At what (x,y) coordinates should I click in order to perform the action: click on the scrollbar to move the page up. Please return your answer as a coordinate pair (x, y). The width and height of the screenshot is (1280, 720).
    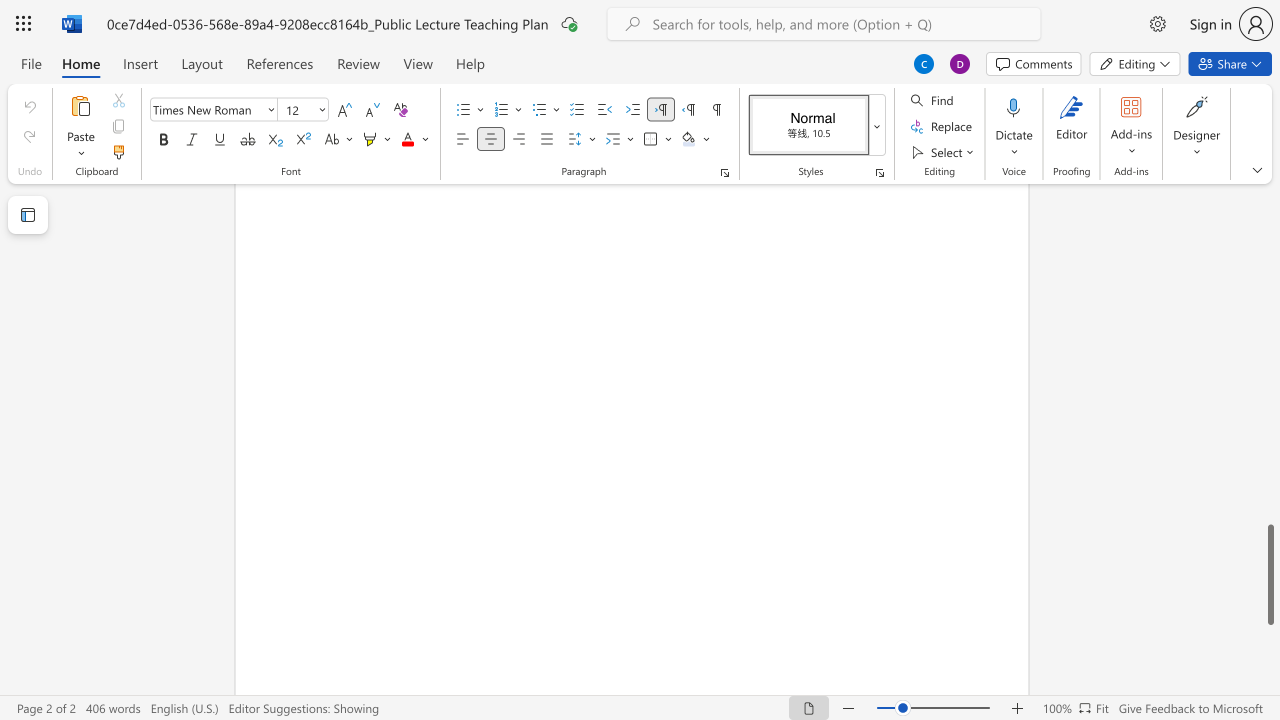
    Looking at the image, I should click on (1269, 290).